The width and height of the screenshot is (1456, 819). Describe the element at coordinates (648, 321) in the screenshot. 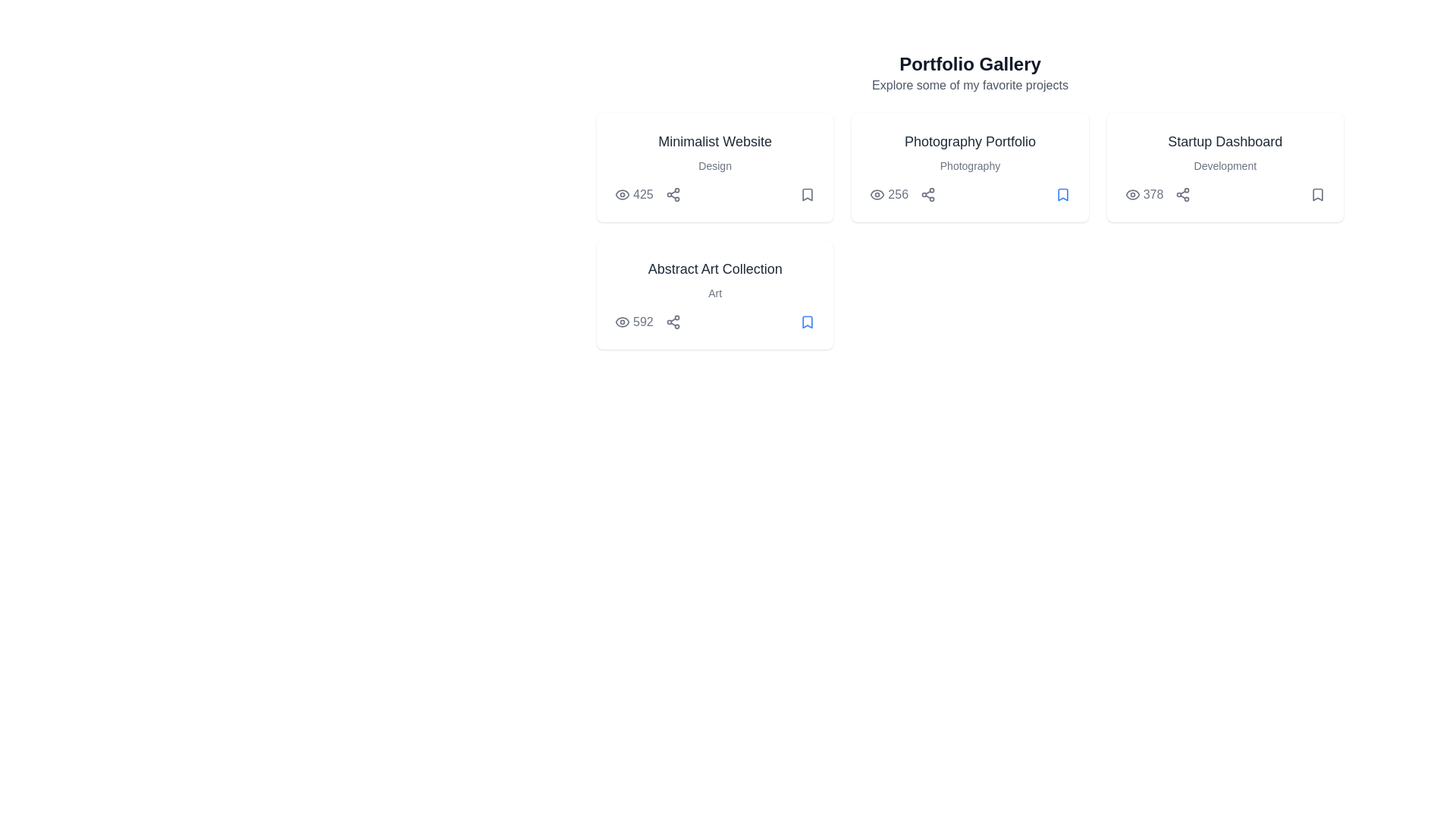

I see `the numerical text '592' styled in gray, located centrally within the horizontal cluster of icons in the lower section of the 'Abstract Art Collection' card` at that location.